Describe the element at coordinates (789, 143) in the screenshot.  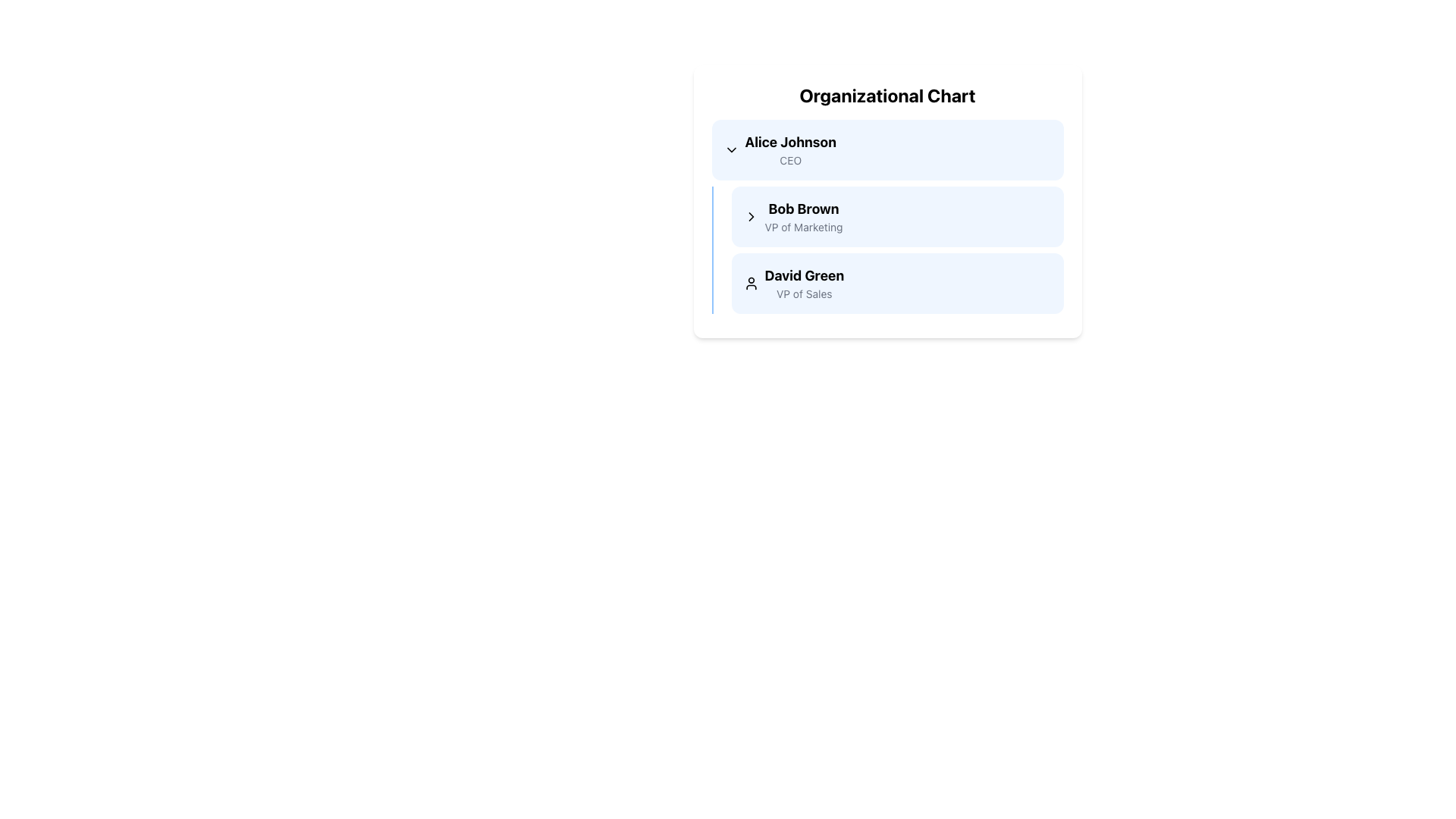
I see `text label 'Alice Johnson', which is a bold and prominently styled heading at the top of the organizational chart card` at that location.